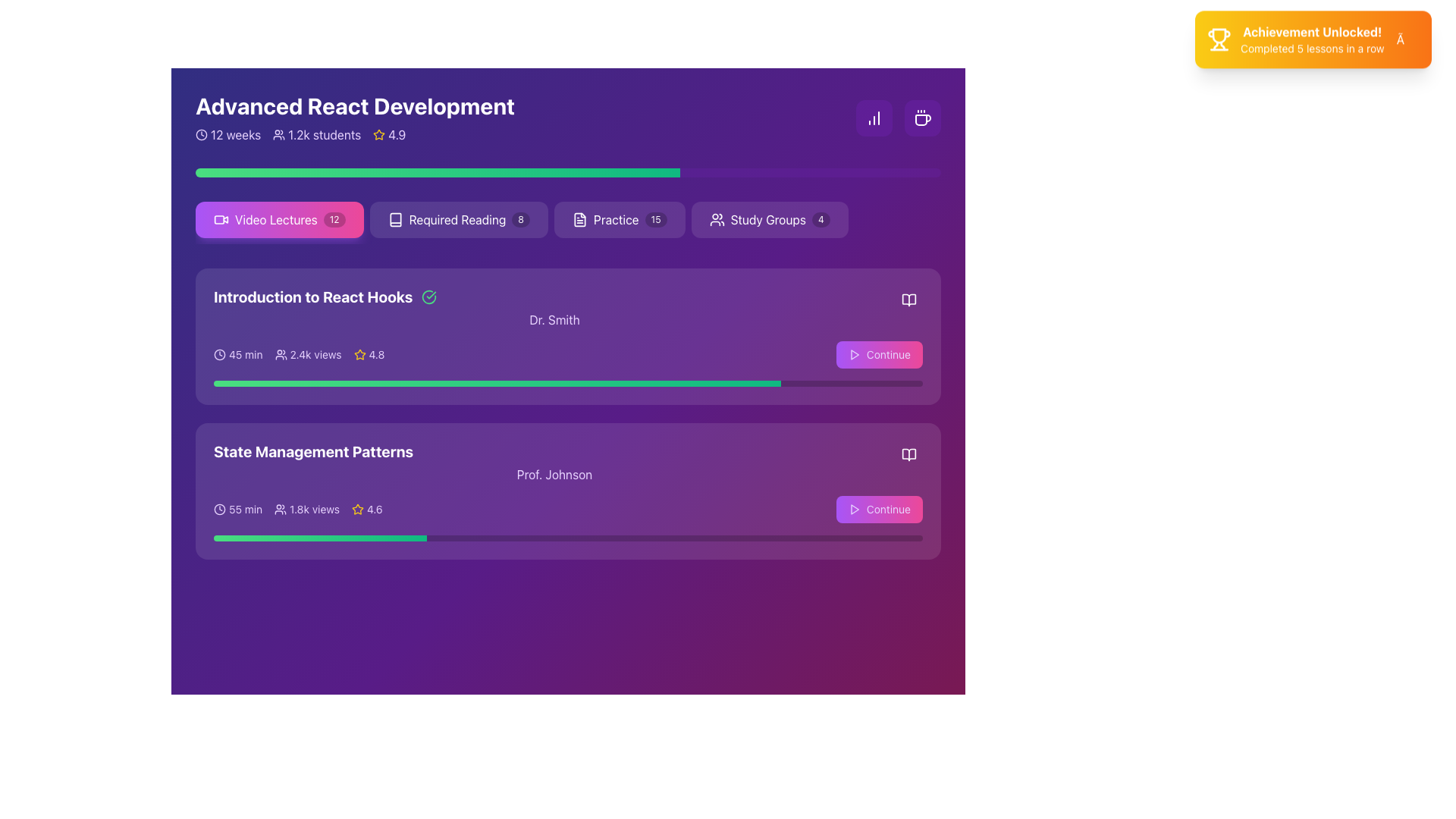  I want to click on the yellow star icon representing a rating in the 'Advanced React Development' section, so click(359, 354).